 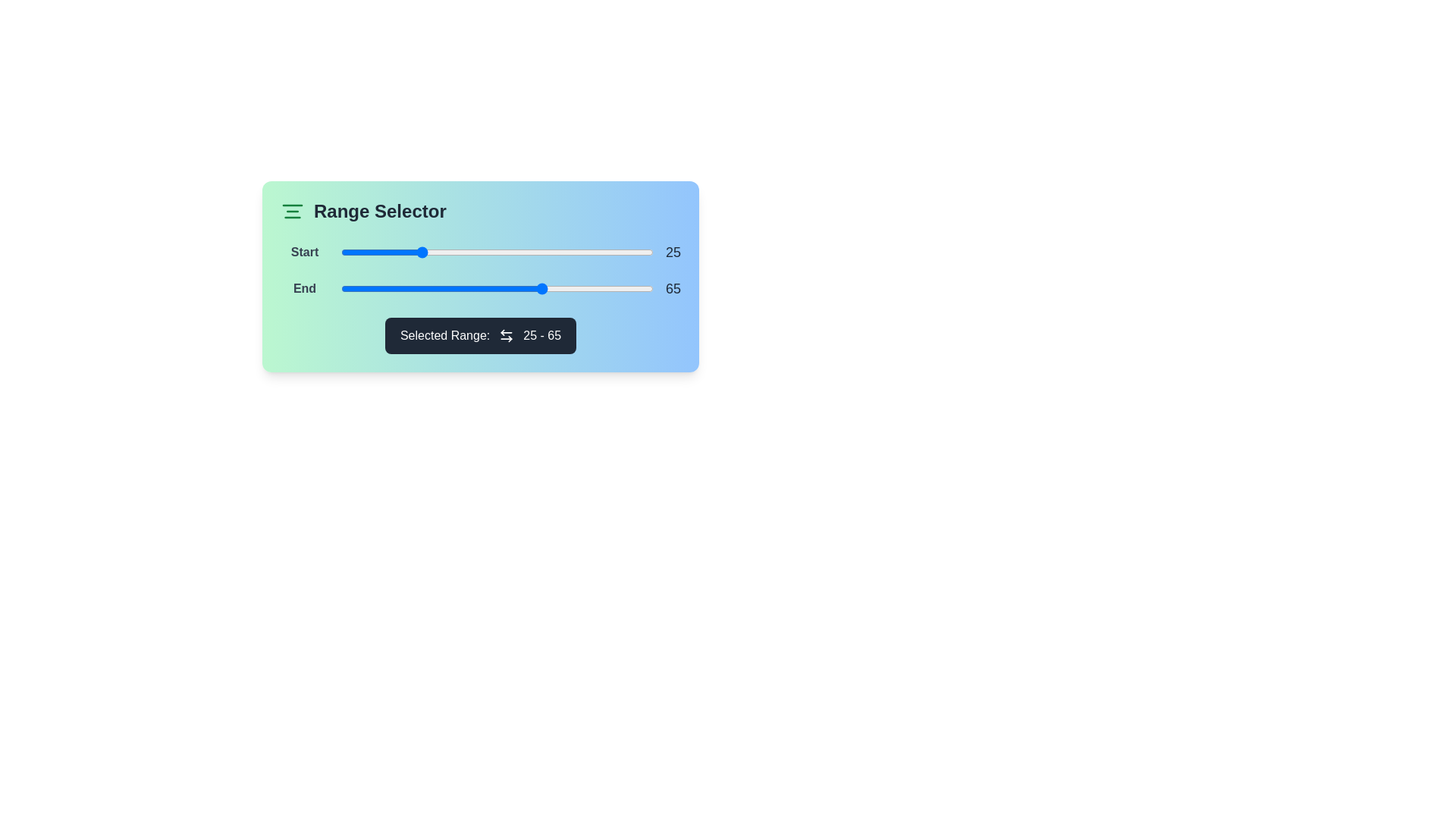 What do you see at coordinates (292, 211) in the screenshot?
I see `the icon to check for tooltip or interaction` at bounding box center [292, 211].